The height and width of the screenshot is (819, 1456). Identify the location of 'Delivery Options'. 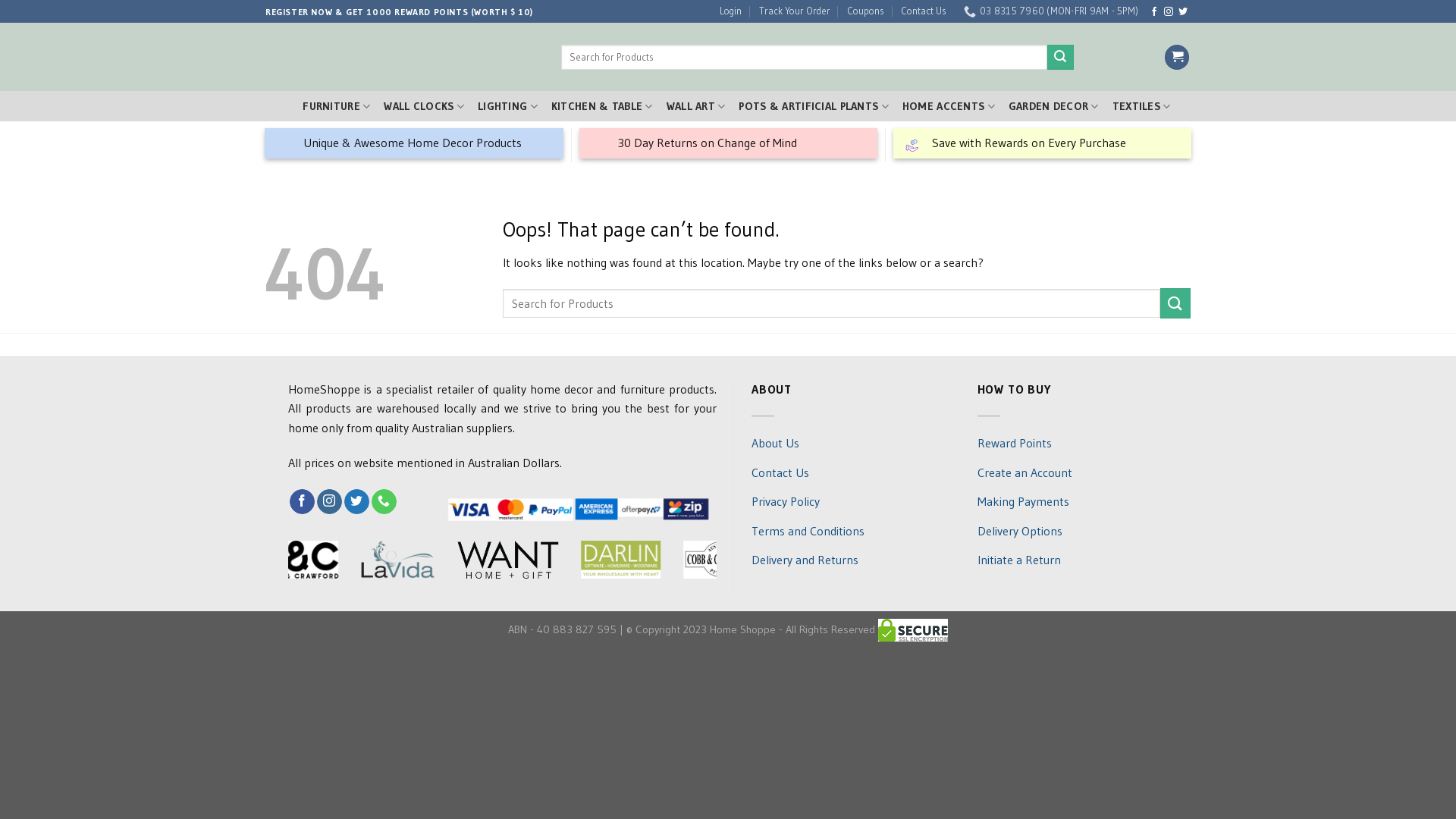
(1019, 531).